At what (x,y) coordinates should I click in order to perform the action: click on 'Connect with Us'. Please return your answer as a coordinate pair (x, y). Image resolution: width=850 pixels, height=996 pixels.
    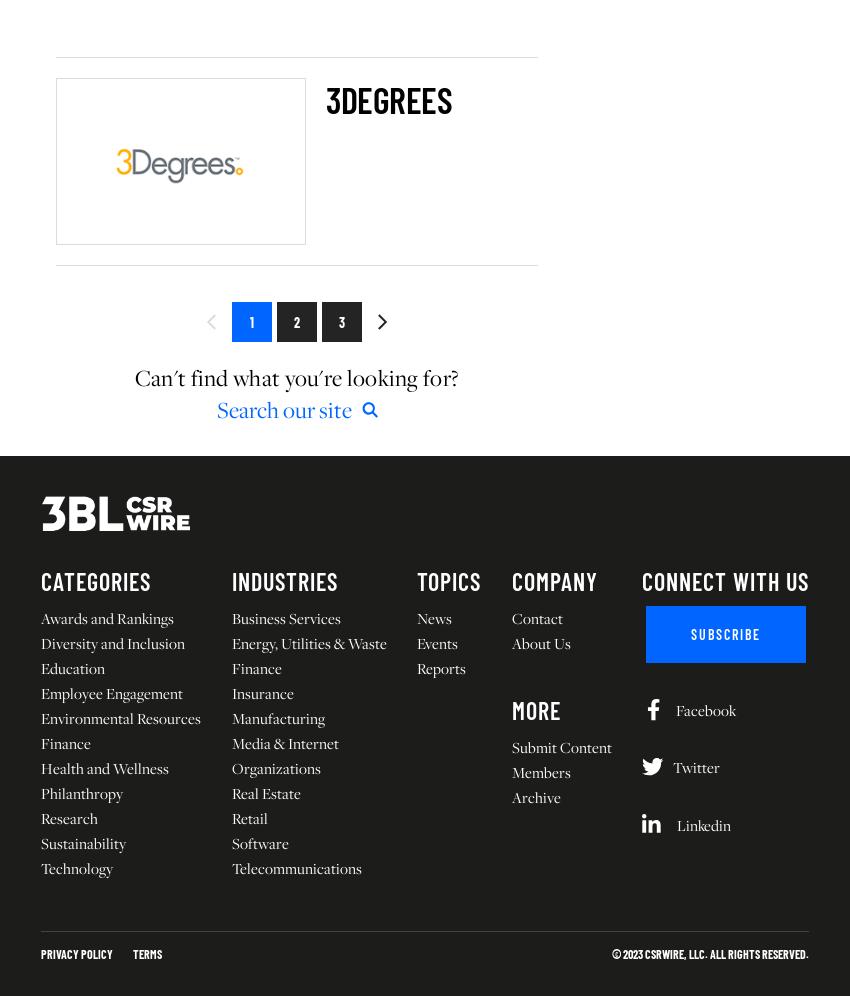
    Looking at the image, I should click on (725, 579).